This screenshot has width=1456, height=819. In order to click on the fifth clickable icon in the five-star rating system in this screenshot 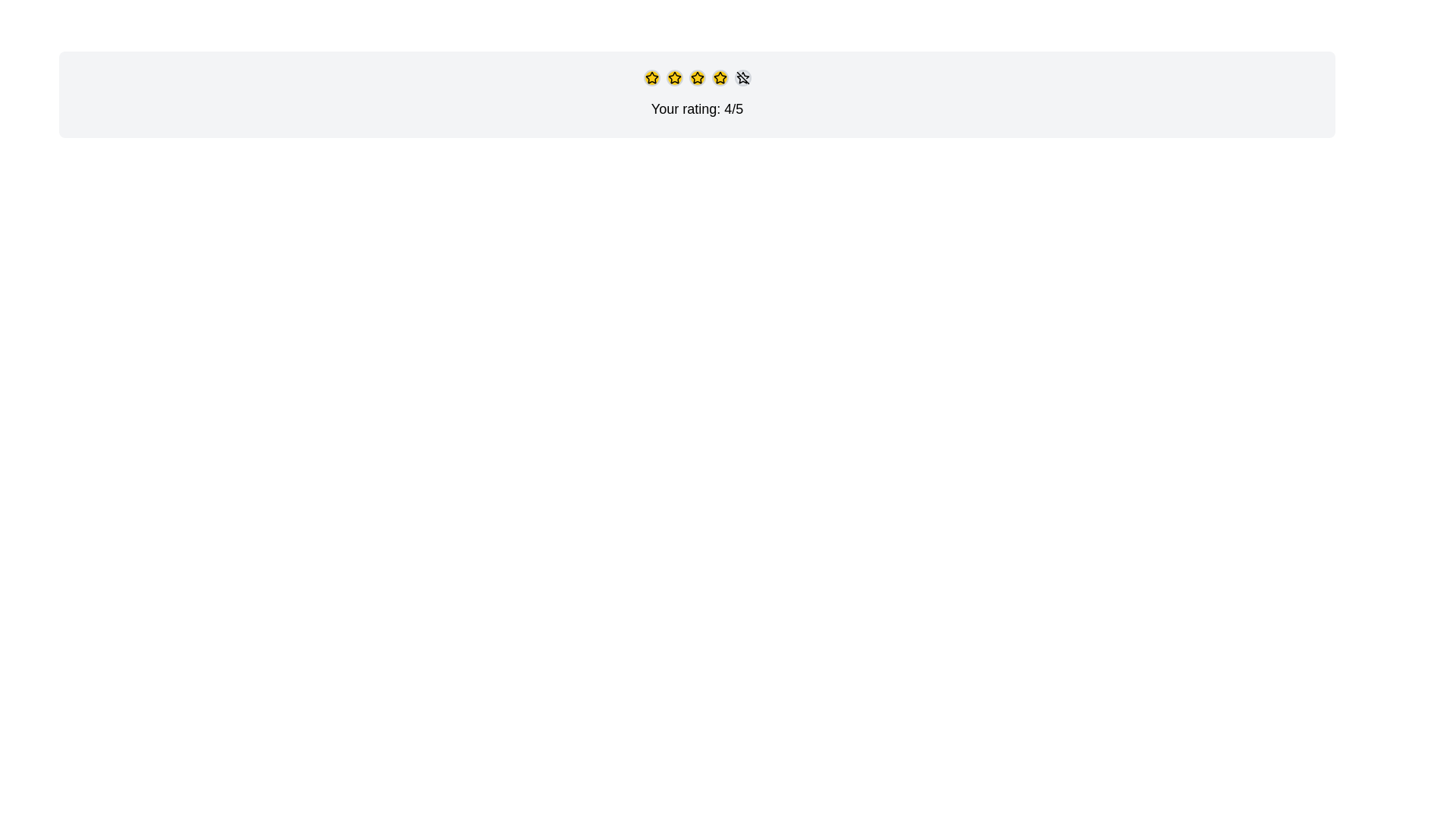, I will do `click(742, 78)`.